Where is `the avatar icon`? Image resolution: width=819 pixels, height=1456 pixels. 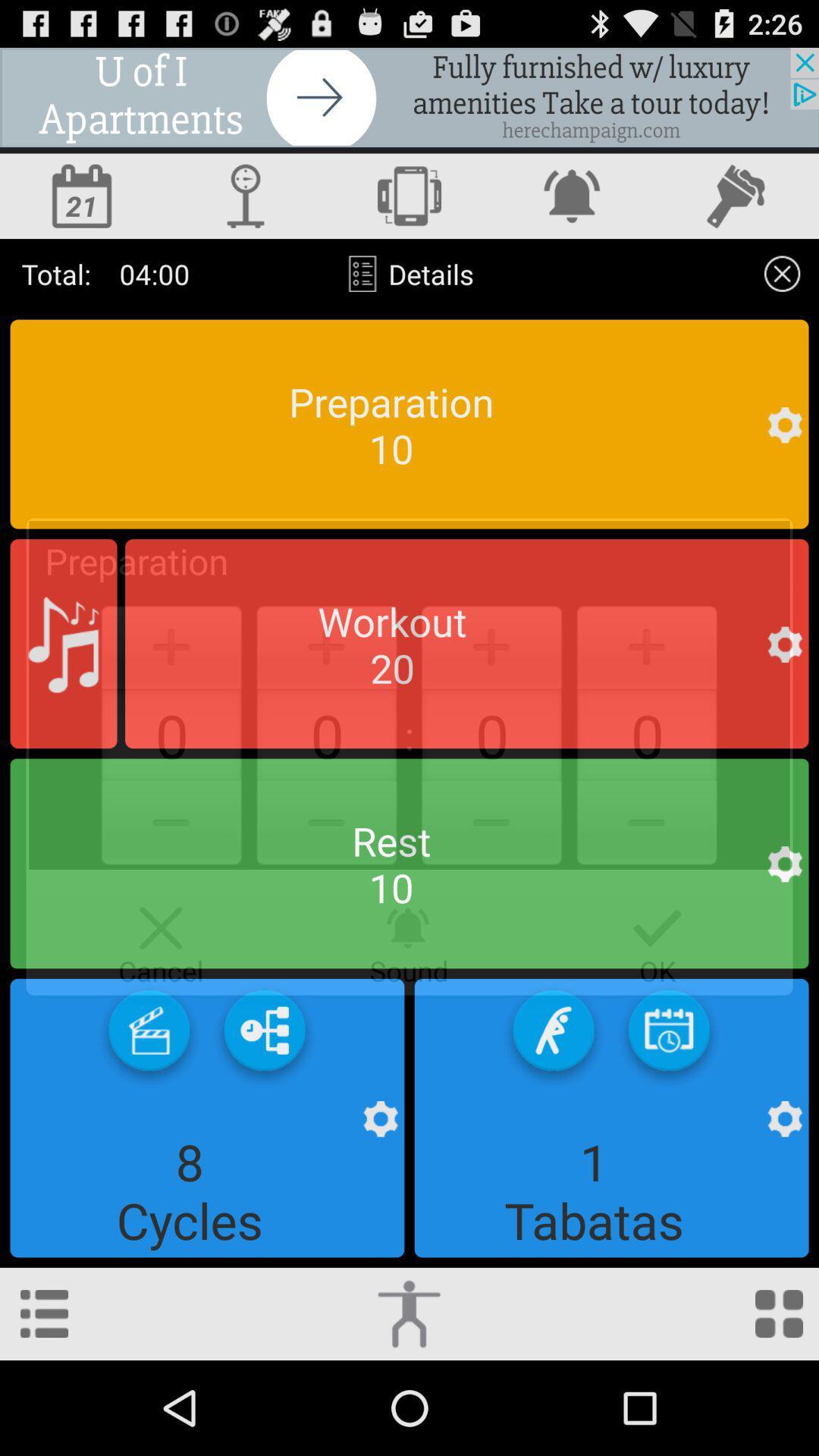
the avatar icon is located at coordinates (245, 209).